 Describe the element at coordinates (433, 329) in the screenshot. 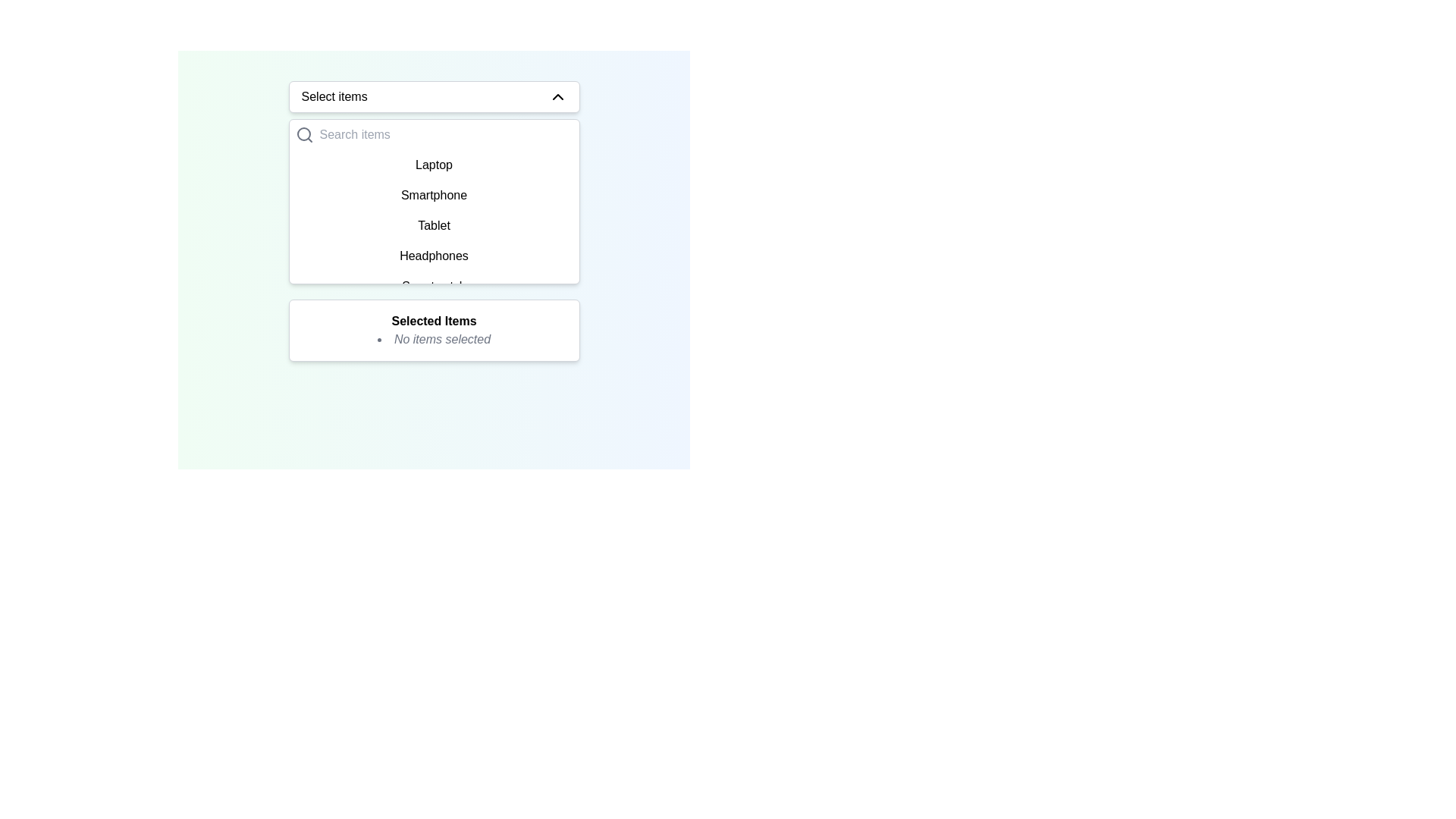

I see `the Informational box with the headline 'Selected Items' and the text 'No items selected'` at that location.